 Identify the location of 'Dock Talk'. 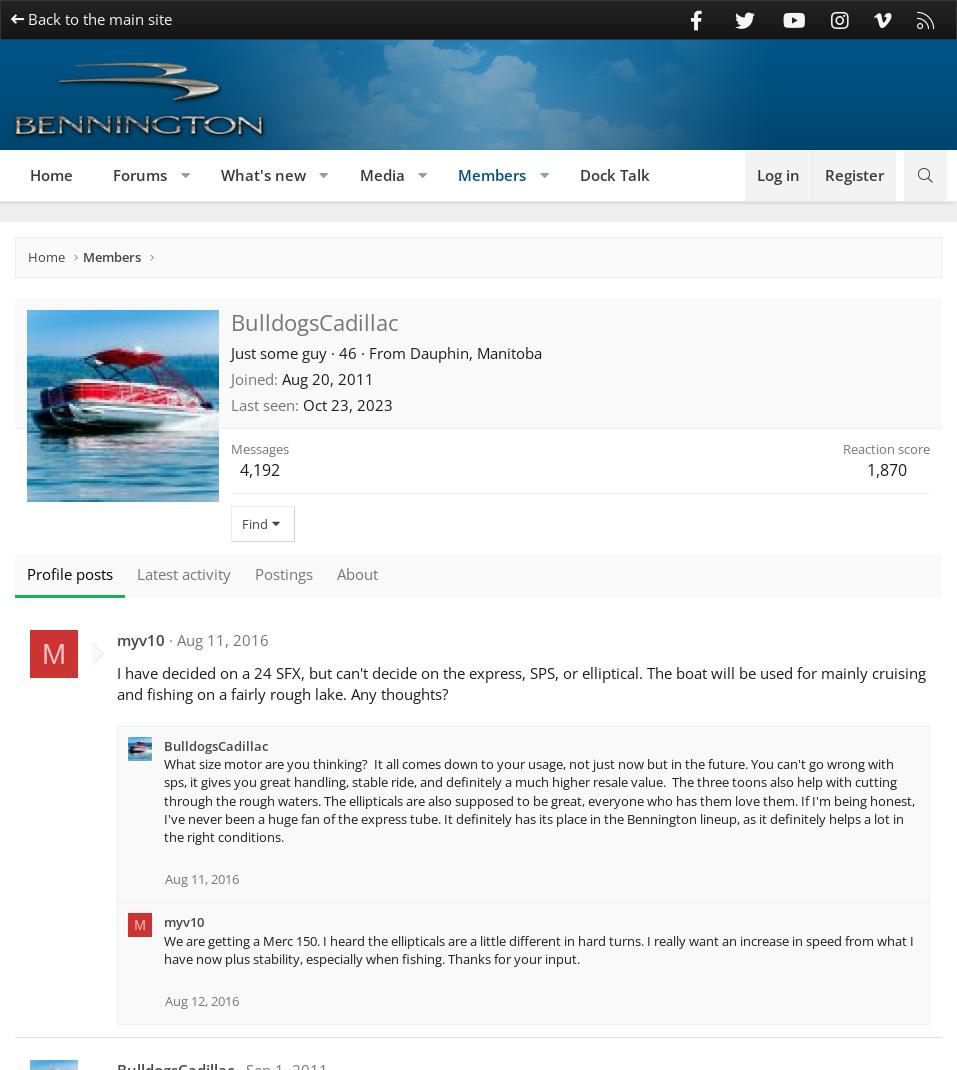
(613, 173).